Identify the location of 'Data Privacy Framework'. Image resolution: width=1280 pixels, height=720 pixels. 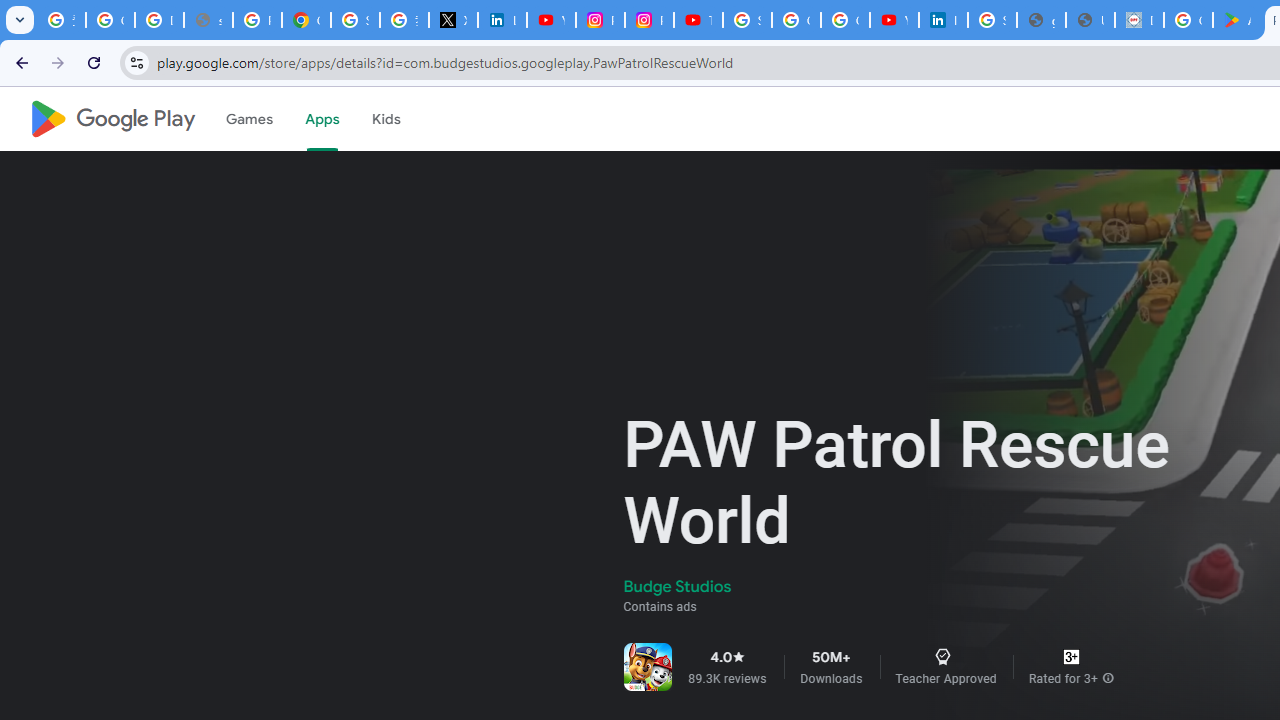
(1139, 20).